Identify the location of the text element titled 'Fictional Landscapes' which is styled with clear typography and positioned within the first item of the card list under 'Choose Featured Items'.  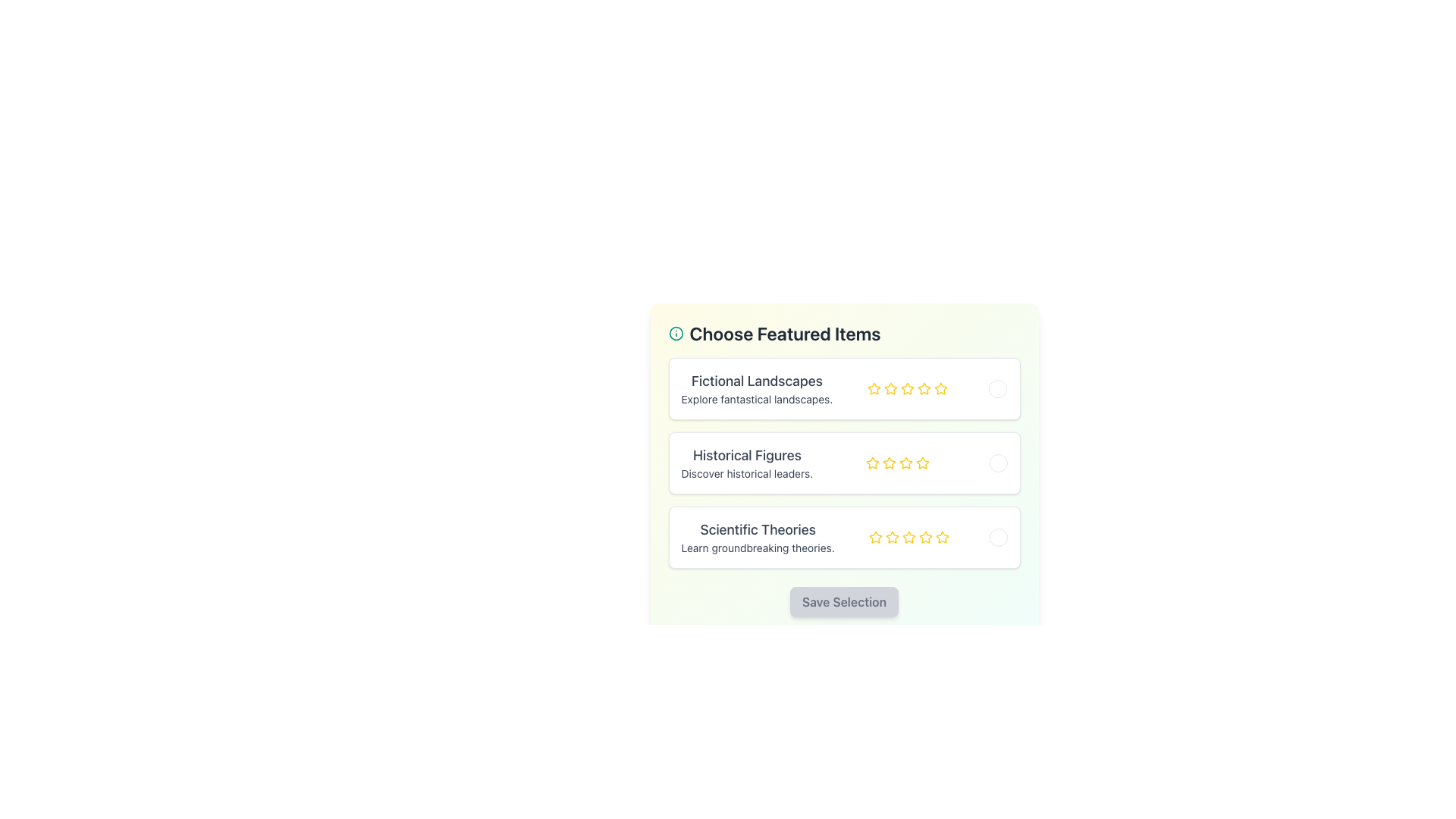
(757, 388).